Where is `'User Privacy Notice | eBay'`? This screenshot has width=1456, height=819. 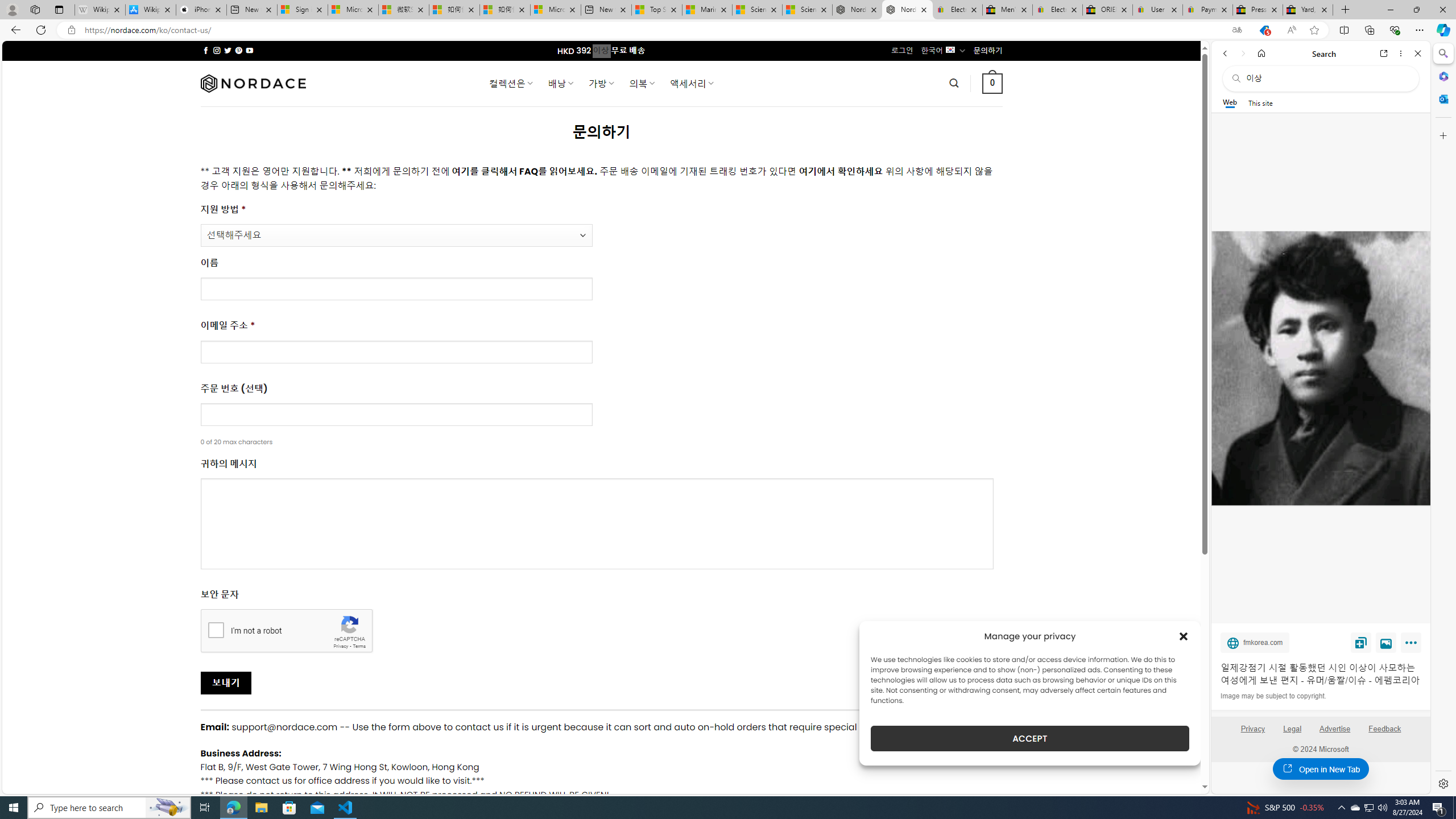 'User Privacy Notice | eBay' is located at coordinates (1157, 9).